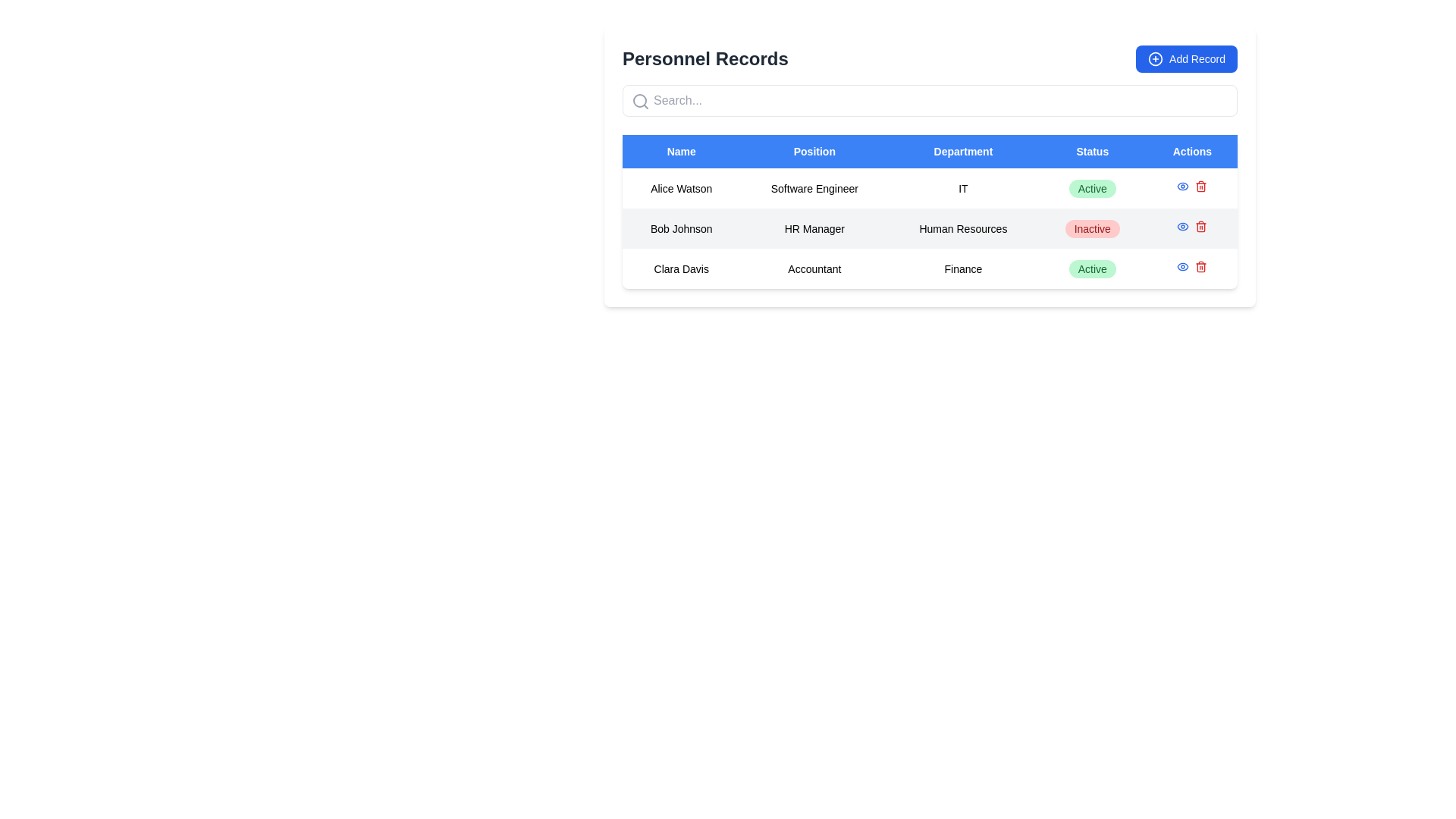 The image size is (1456, 819). Describe the element at coordinates (1191, 152) in the screenshot. I see `the Table Header located in the top-right portion of the header row, specifically at the fifth position after 'Name', 'Position', 'Department', and 'Status'` at that location.